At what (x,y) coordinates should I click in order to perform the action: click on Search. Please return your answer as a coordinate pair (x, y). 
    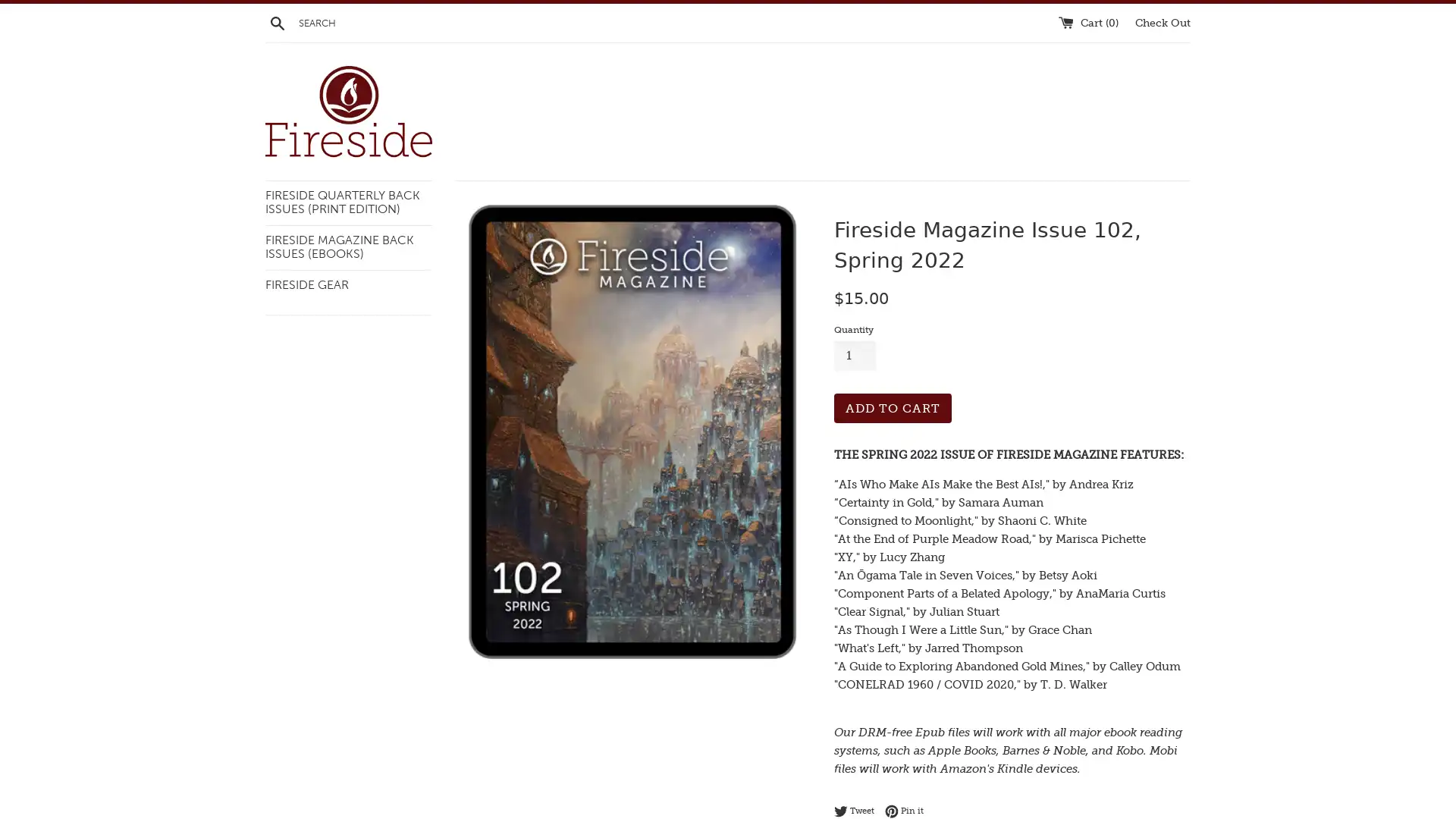
    Looking at the image, I should click on (277, 22).